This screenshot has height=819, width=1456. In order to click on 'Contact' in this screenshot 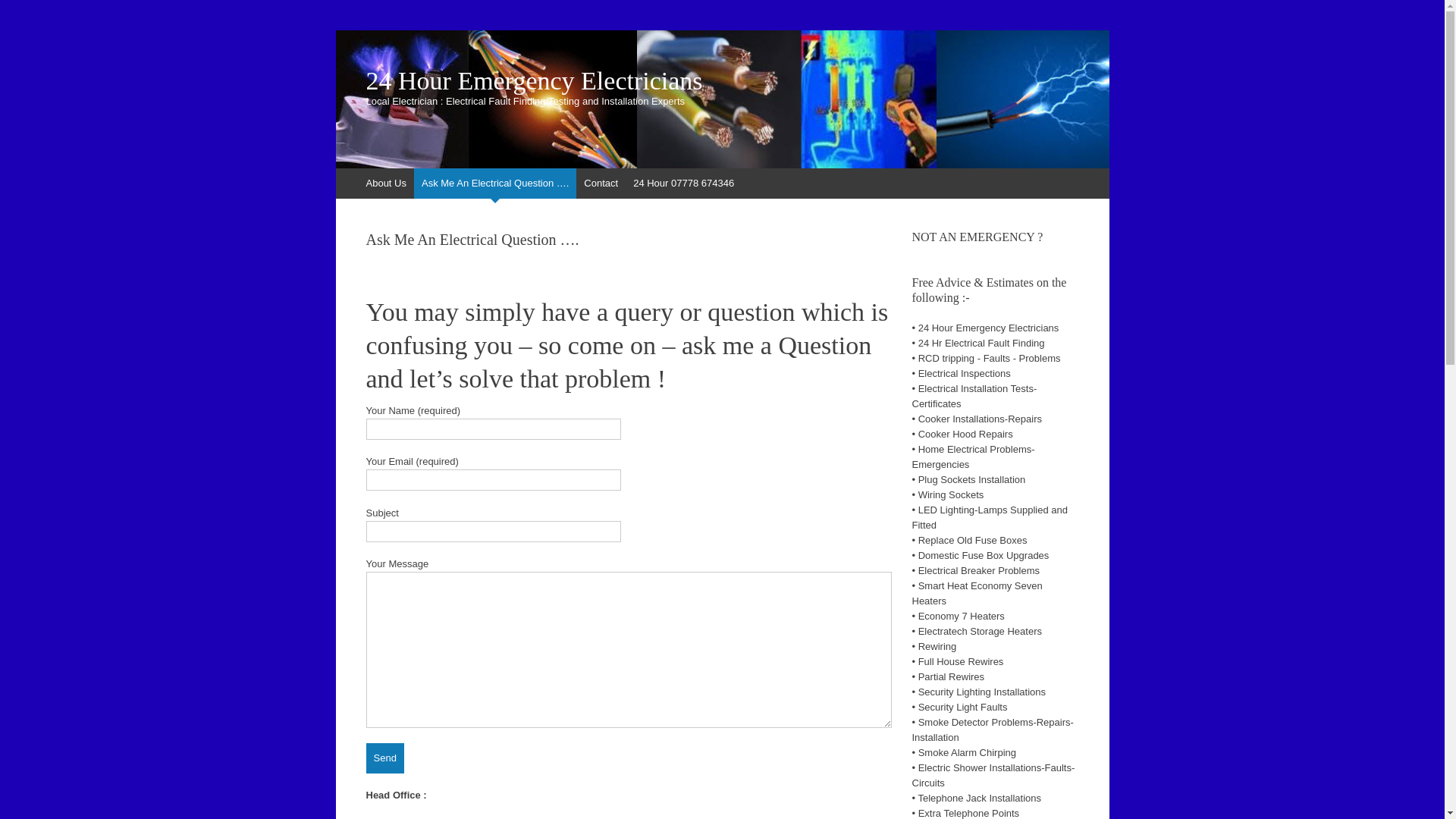, I will do `click(600, 183)`.